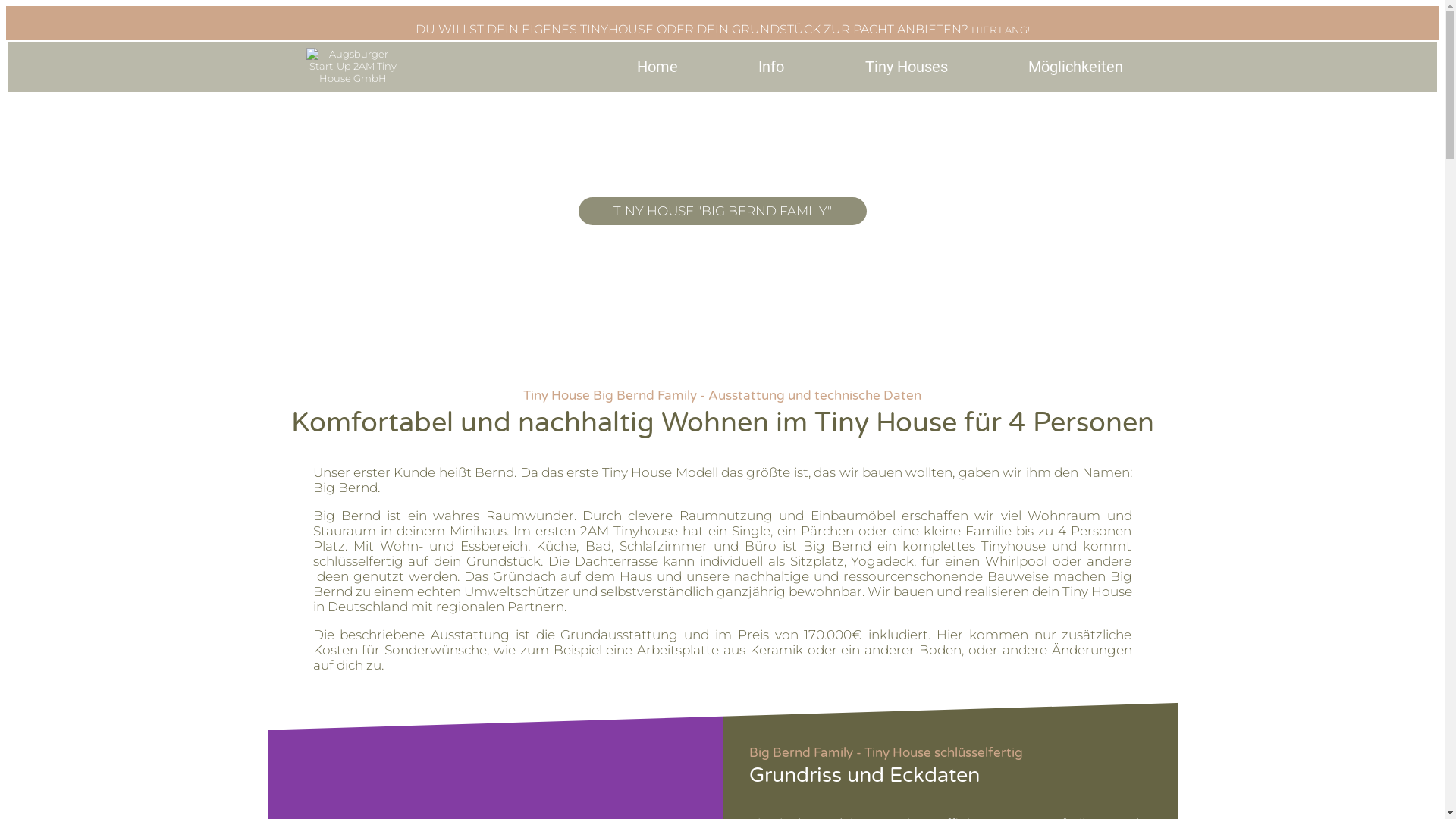 This screenshot has width=1456, height=819. I want to click on 'Info', so click(717, 66).